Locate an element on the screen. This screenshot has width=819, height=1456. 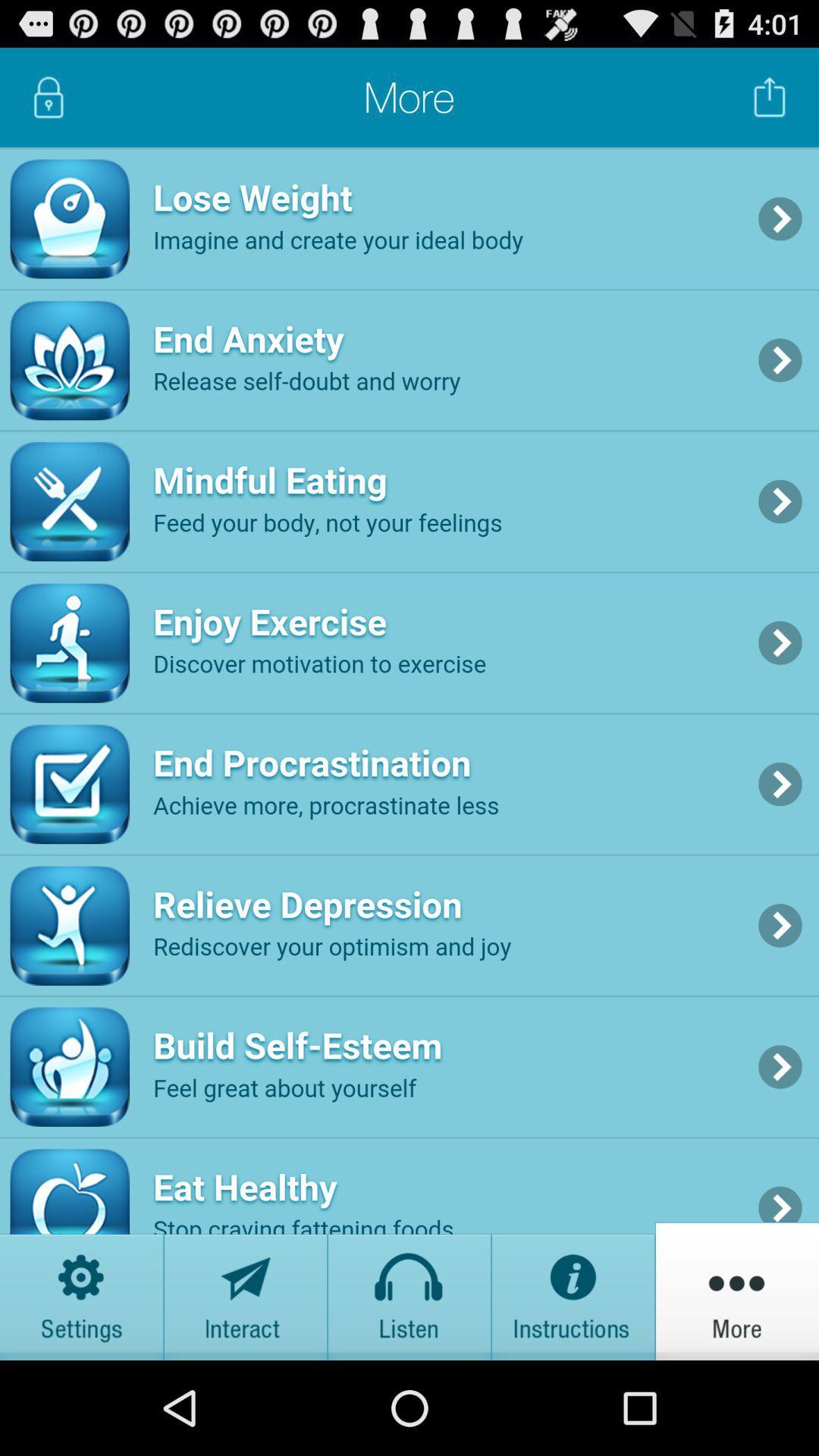
instructions is located at coordinates (573, 1290).